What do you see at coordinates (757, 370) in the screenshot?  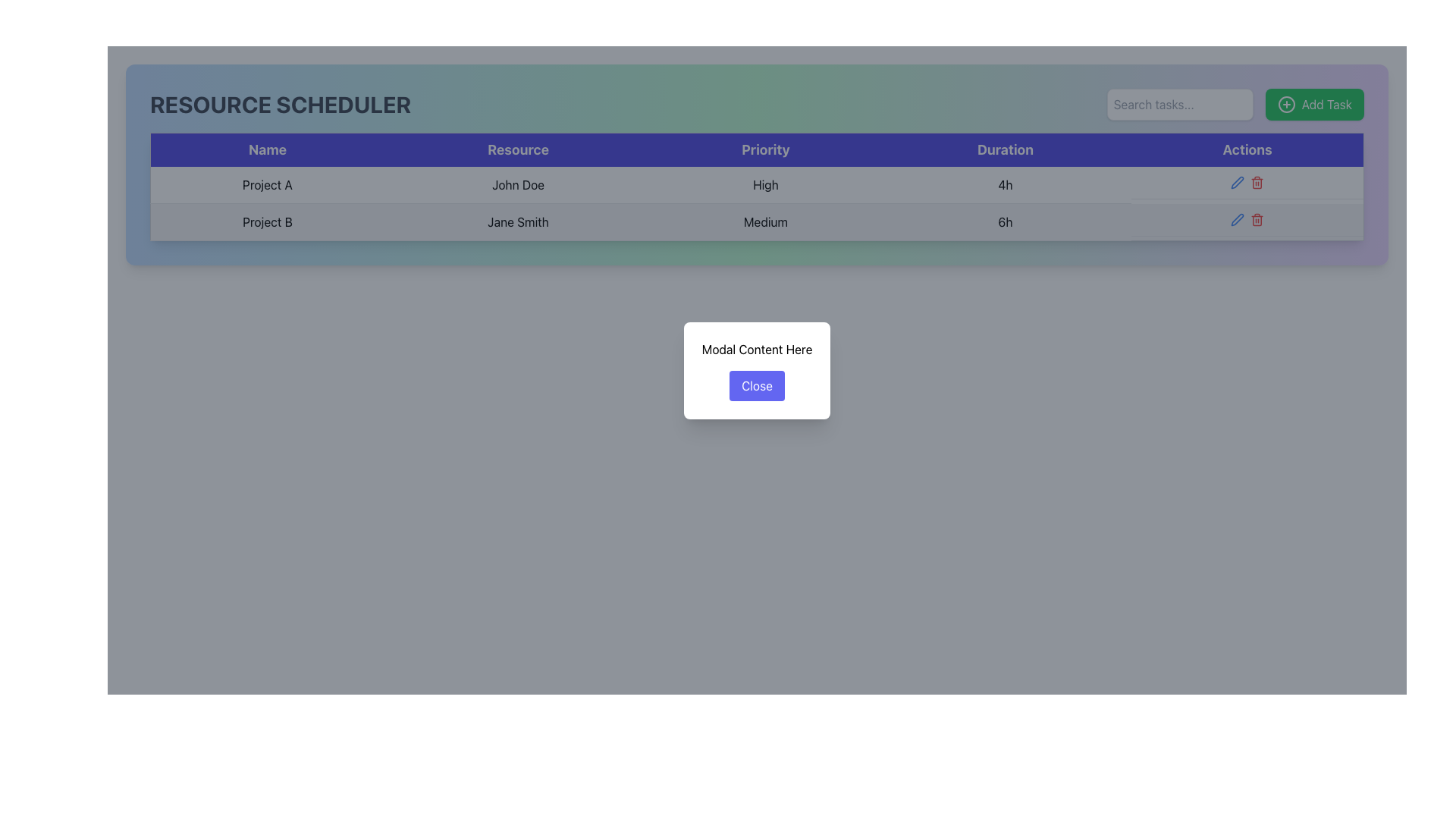 I see `the 'Close' button in the modal box labeled 'Close'` at bounding box center [757, 370].